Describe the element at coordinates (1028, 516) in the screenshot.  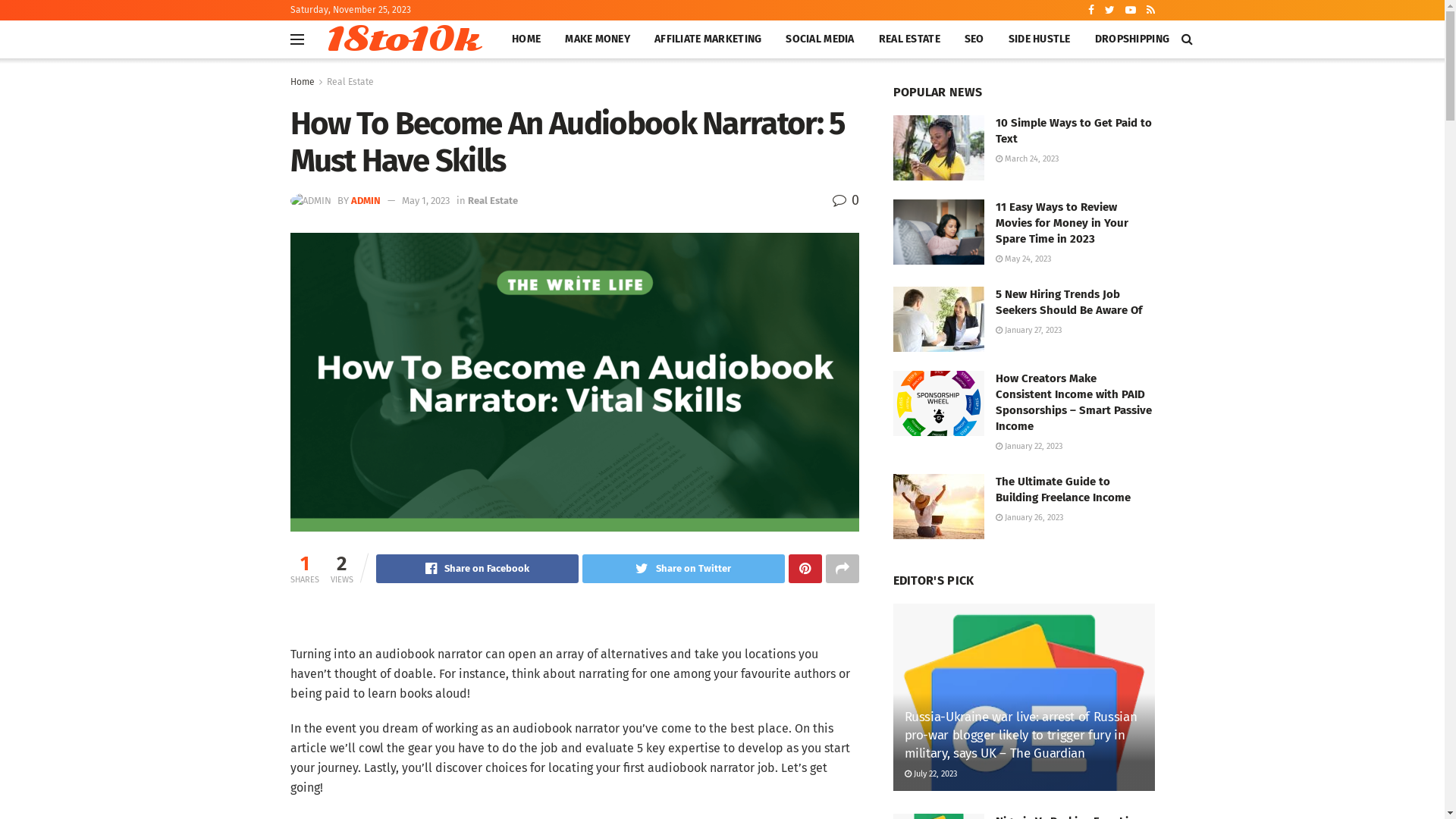
I see `'January 26, 2023'` at that location.